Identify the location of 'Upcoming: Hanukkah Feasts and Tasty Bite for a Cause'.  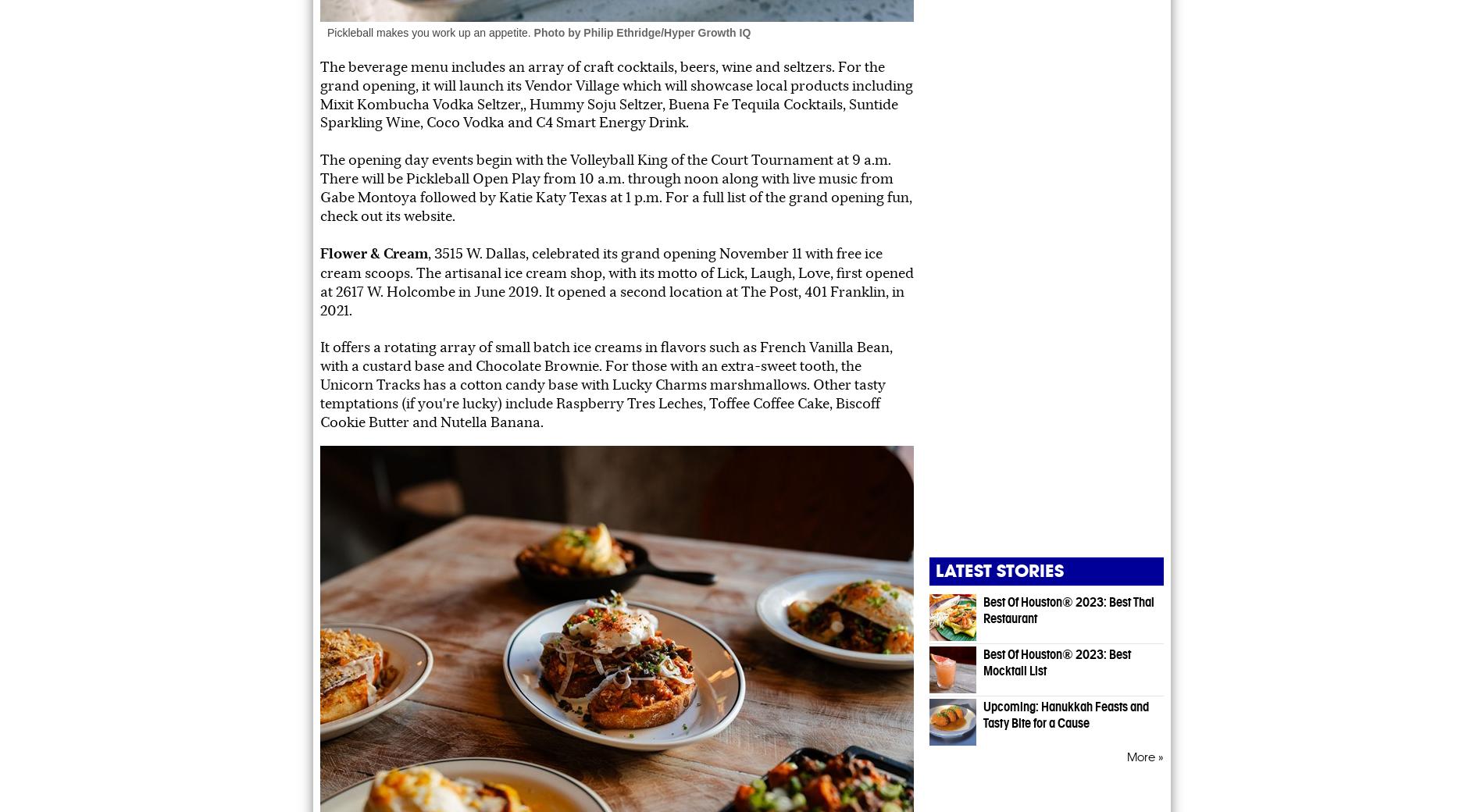
(1065, 714).